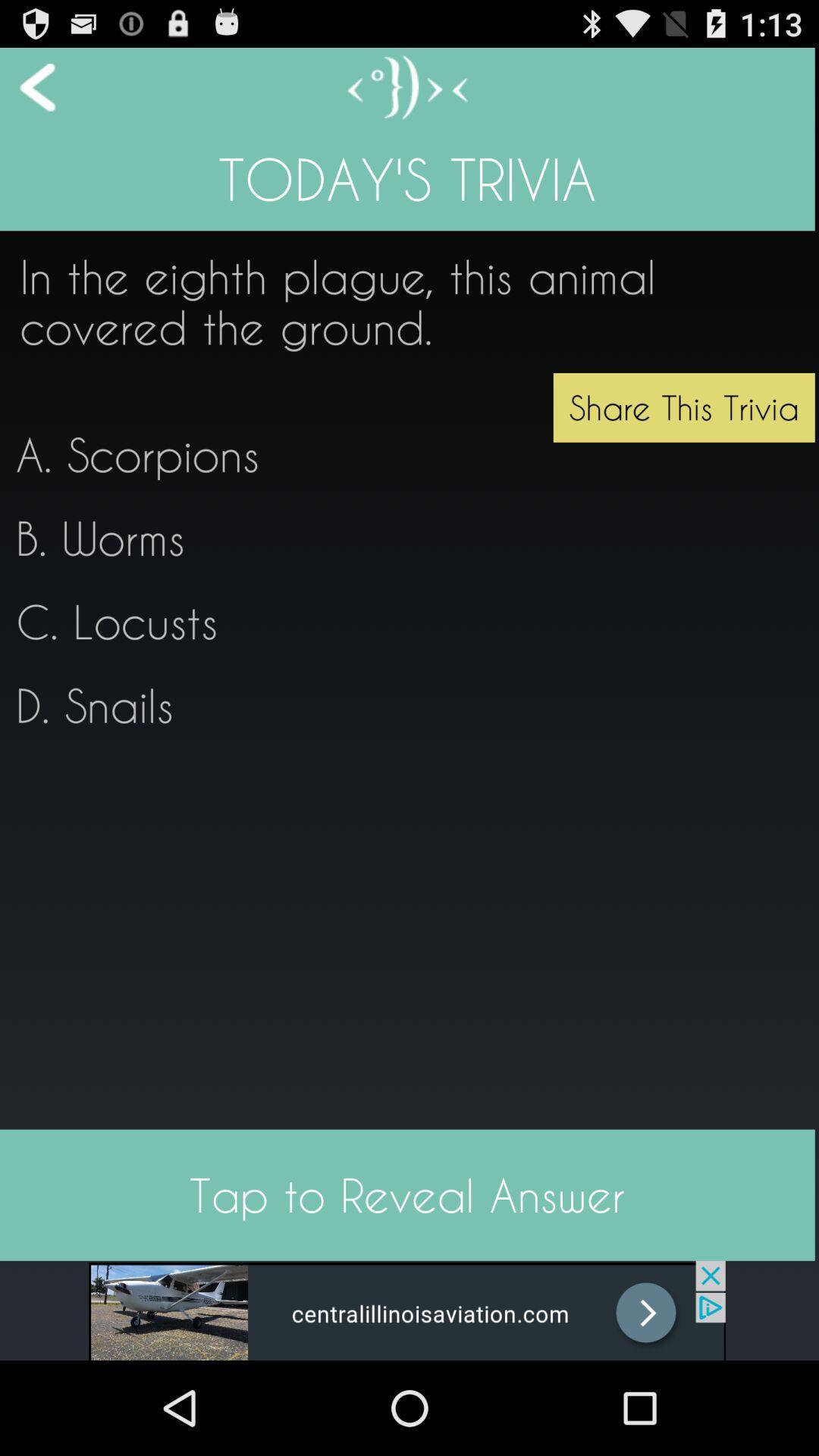 The height and width of the screenshot is (1456, 819). Describe the element at coordinates (406, 1310) in the screenshot. I see `advertisement bar` at that location.